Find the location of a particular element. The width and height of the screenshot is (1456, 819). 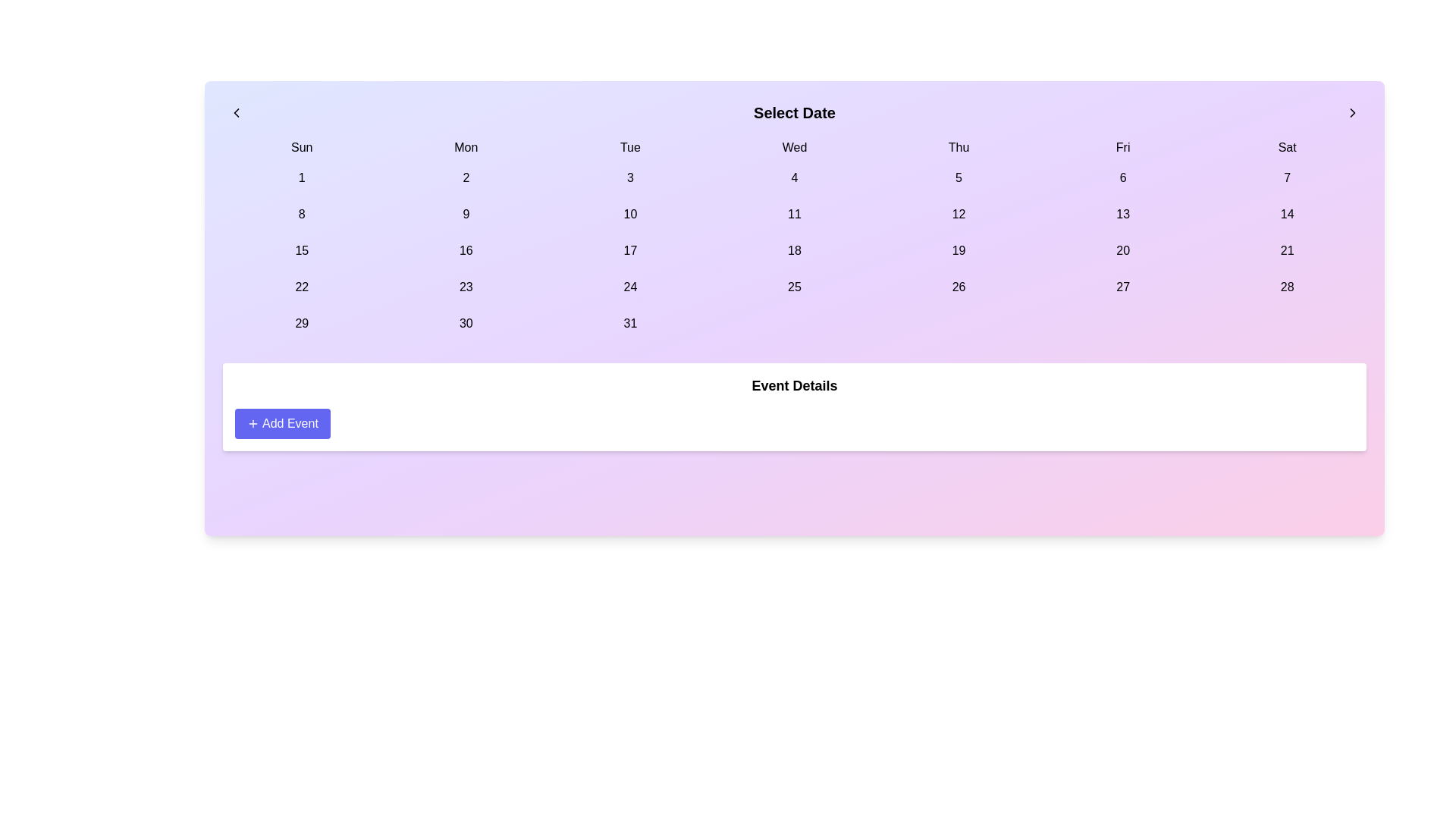

the button located at the top-right corner of the interface, which navigates to the next set of dates in the calendar component is located at coordinates (1353, 112).